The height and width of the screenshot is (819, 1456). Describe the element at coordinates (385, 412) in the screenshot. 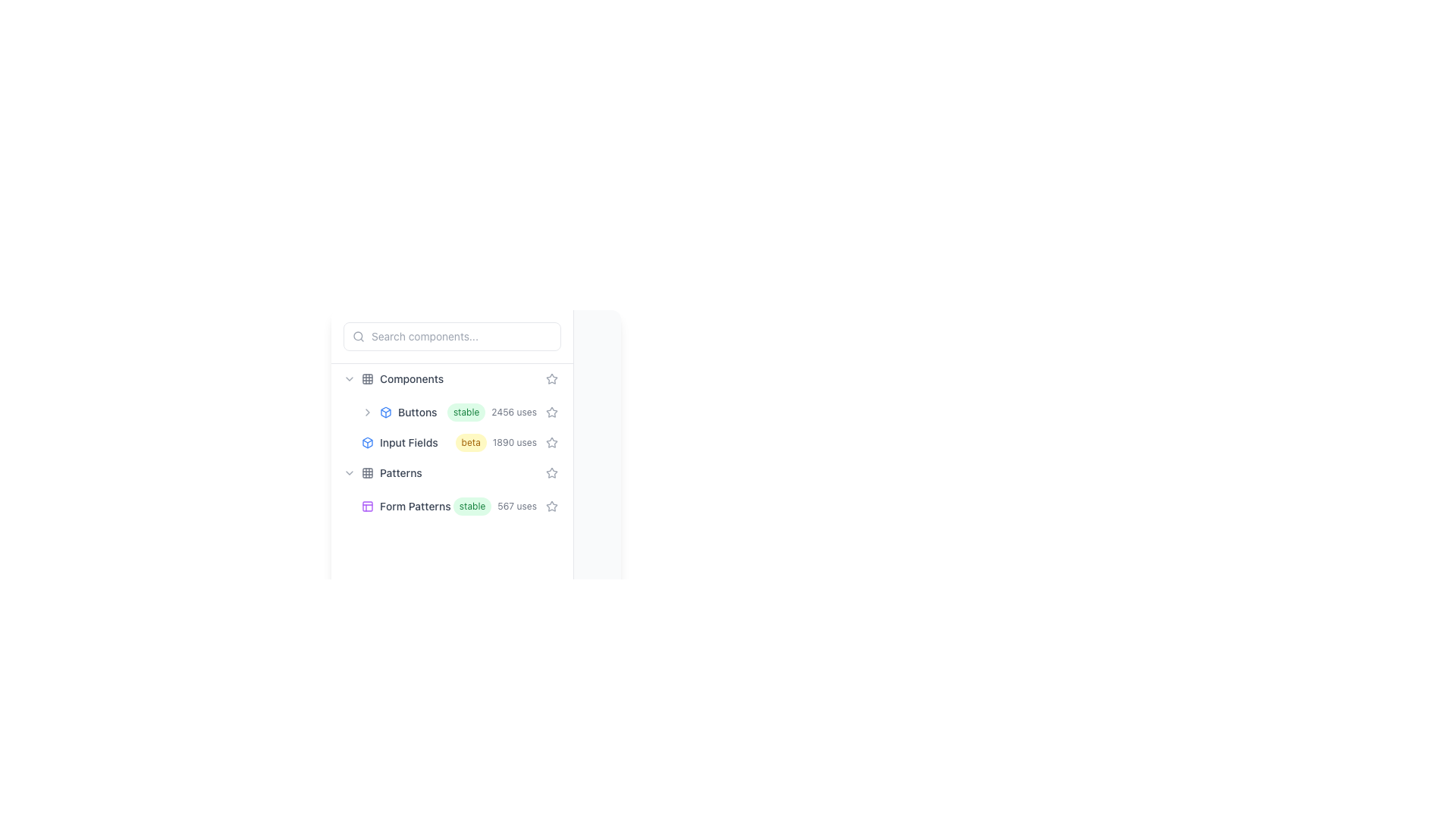

I see `the icon representing the 'Buttons' section located slightly to the left of the 'Buttons' label in the left side navigation section to interact with it` at that location.